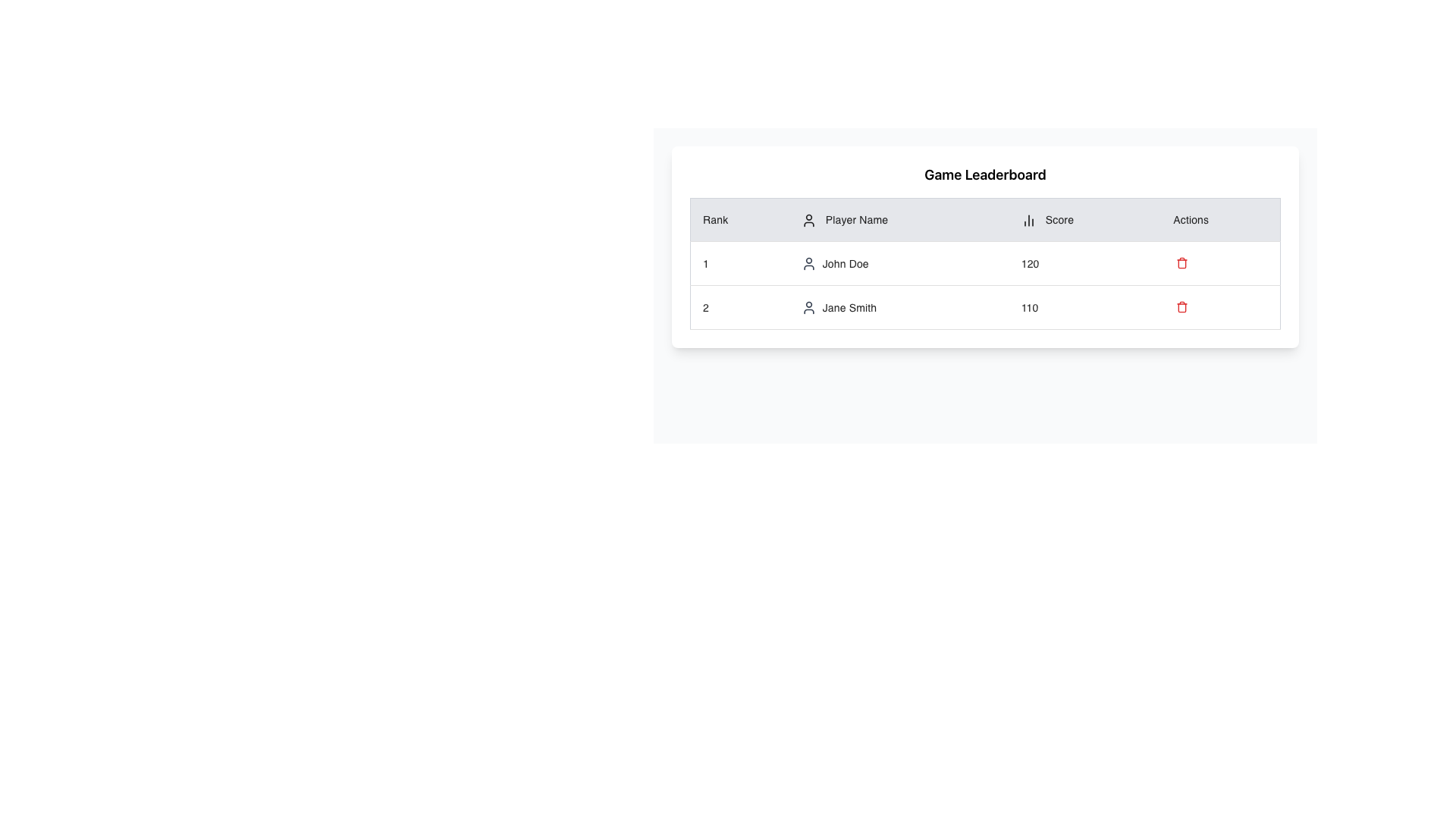 The width and height of the screenshot is (1456, 819). What do you see at coordinates (985, 262) in the screenshot?
I see `the first row of the leaderboard table` at bounding box center [985, 262].